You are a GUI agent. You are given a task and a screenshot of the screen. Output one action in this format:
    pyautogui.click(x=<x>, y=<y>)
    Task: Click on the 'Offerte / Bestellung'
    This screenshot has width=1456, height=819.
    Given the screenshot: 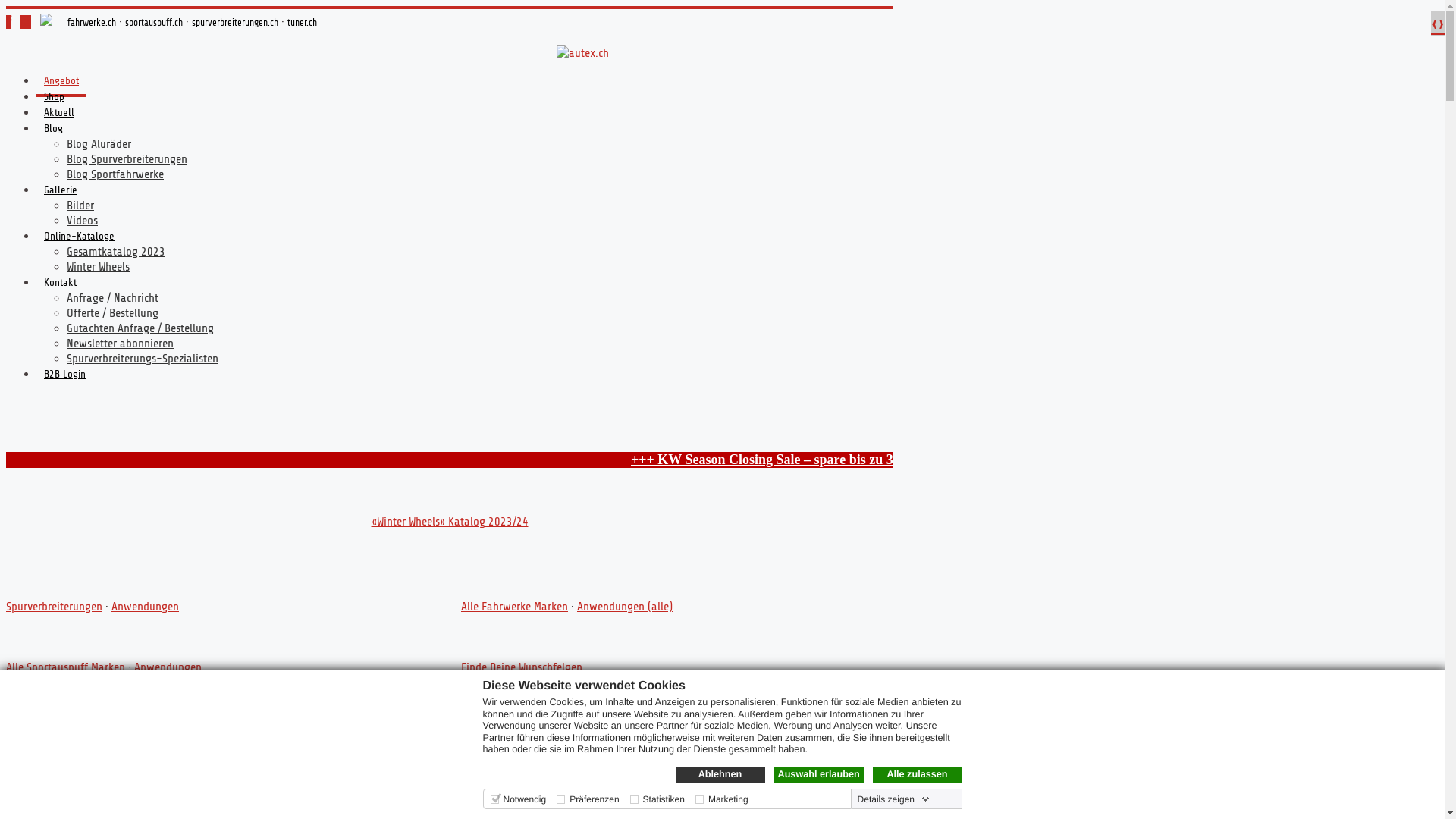 What is the action you would take?
    pyautogui.click(x=111, y=312)
    